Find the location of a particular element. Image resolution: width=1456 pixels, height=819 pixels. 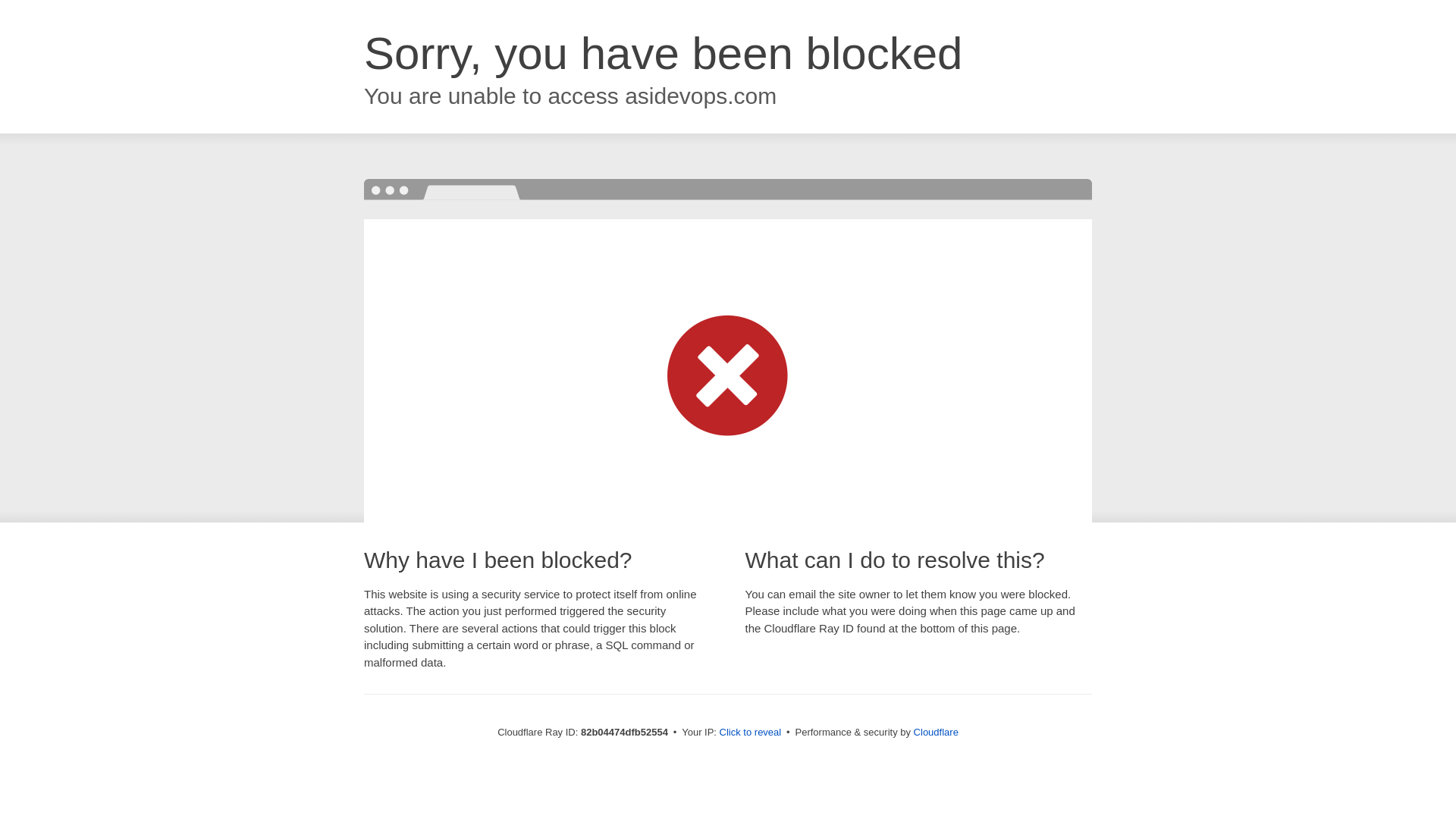

'Click to reveal' is located at coordinates (750, 731).